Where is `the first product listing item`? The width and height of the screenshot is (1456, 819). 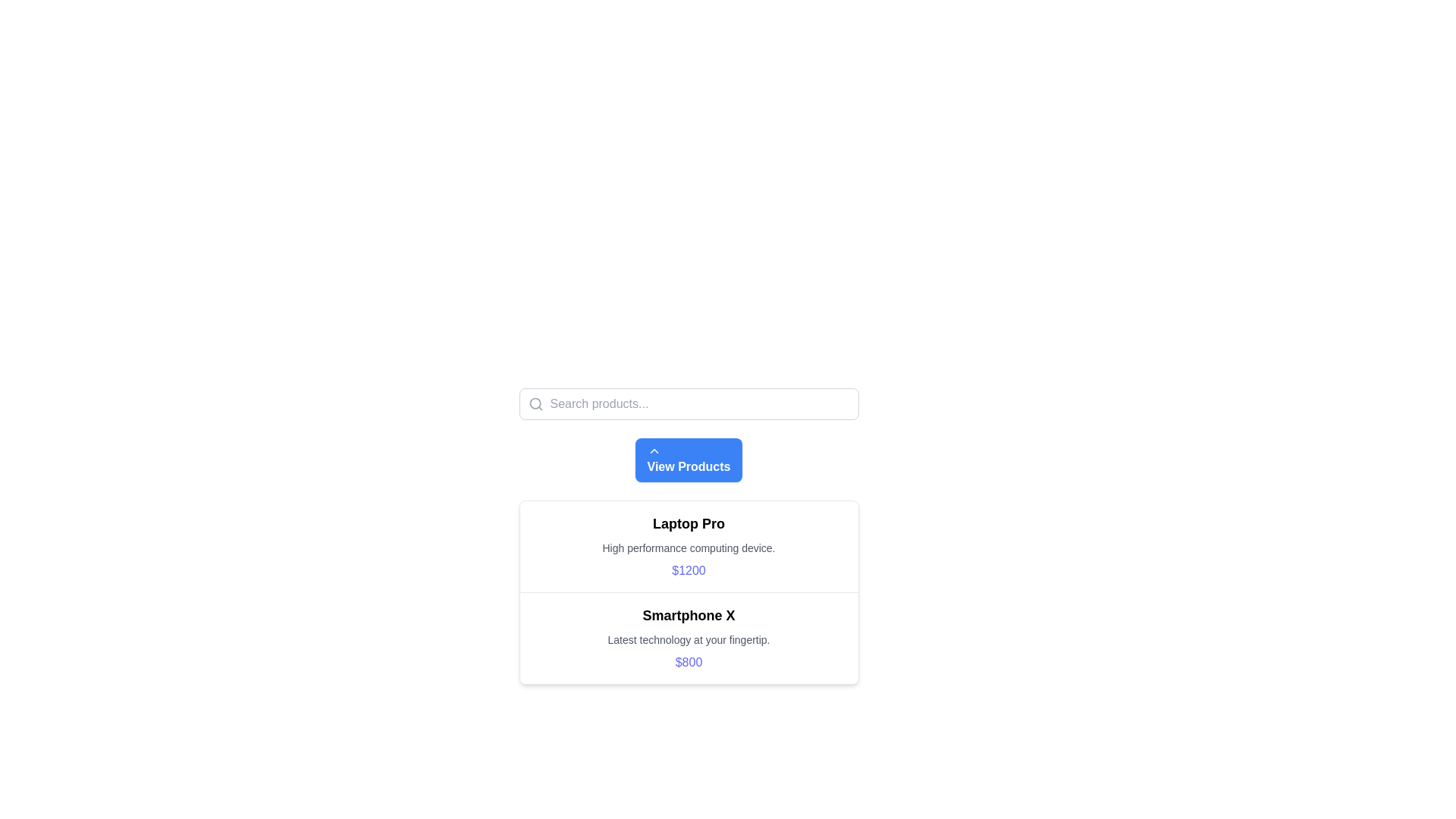
the first product listing item is located at coordinates (688, 547).